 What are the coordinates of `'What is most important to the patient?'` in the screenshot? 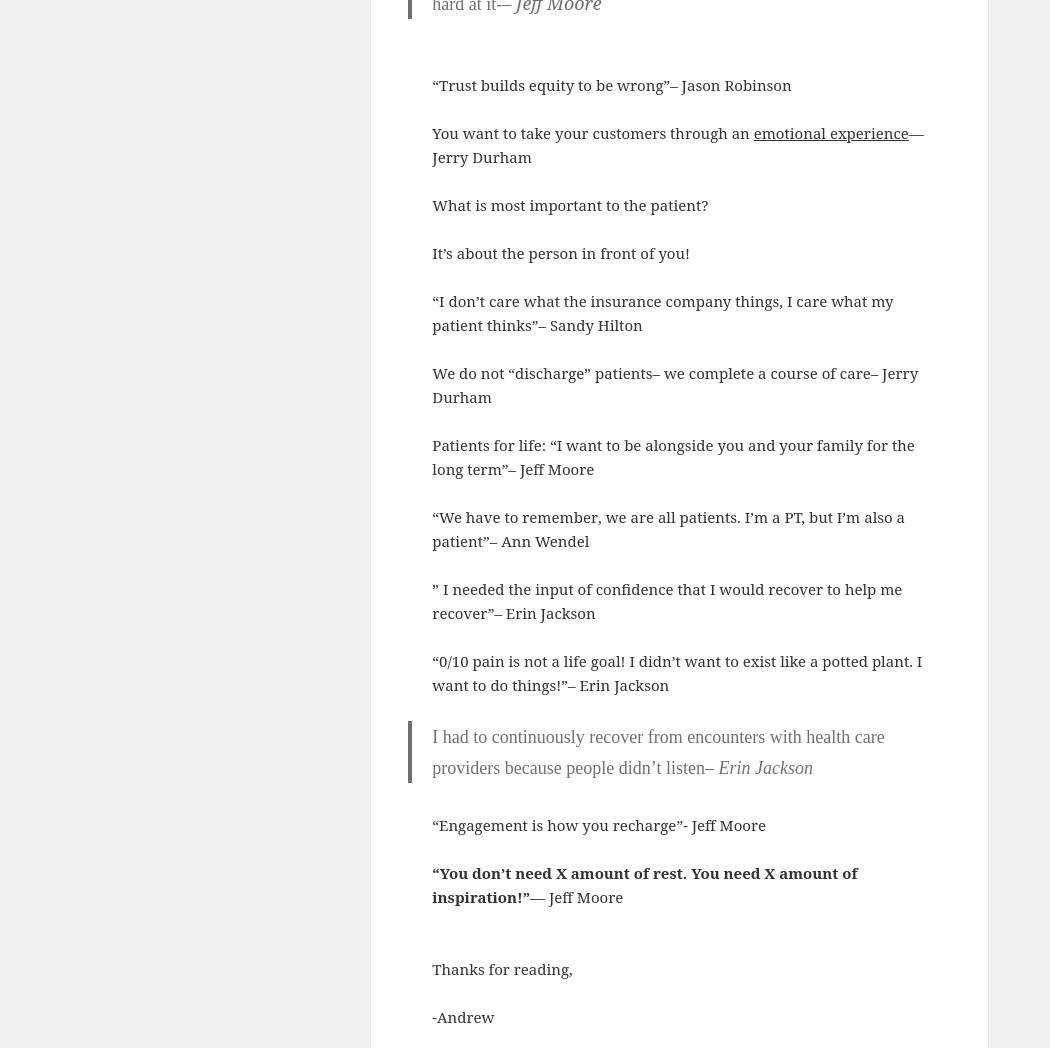 It's located at (571, 203).